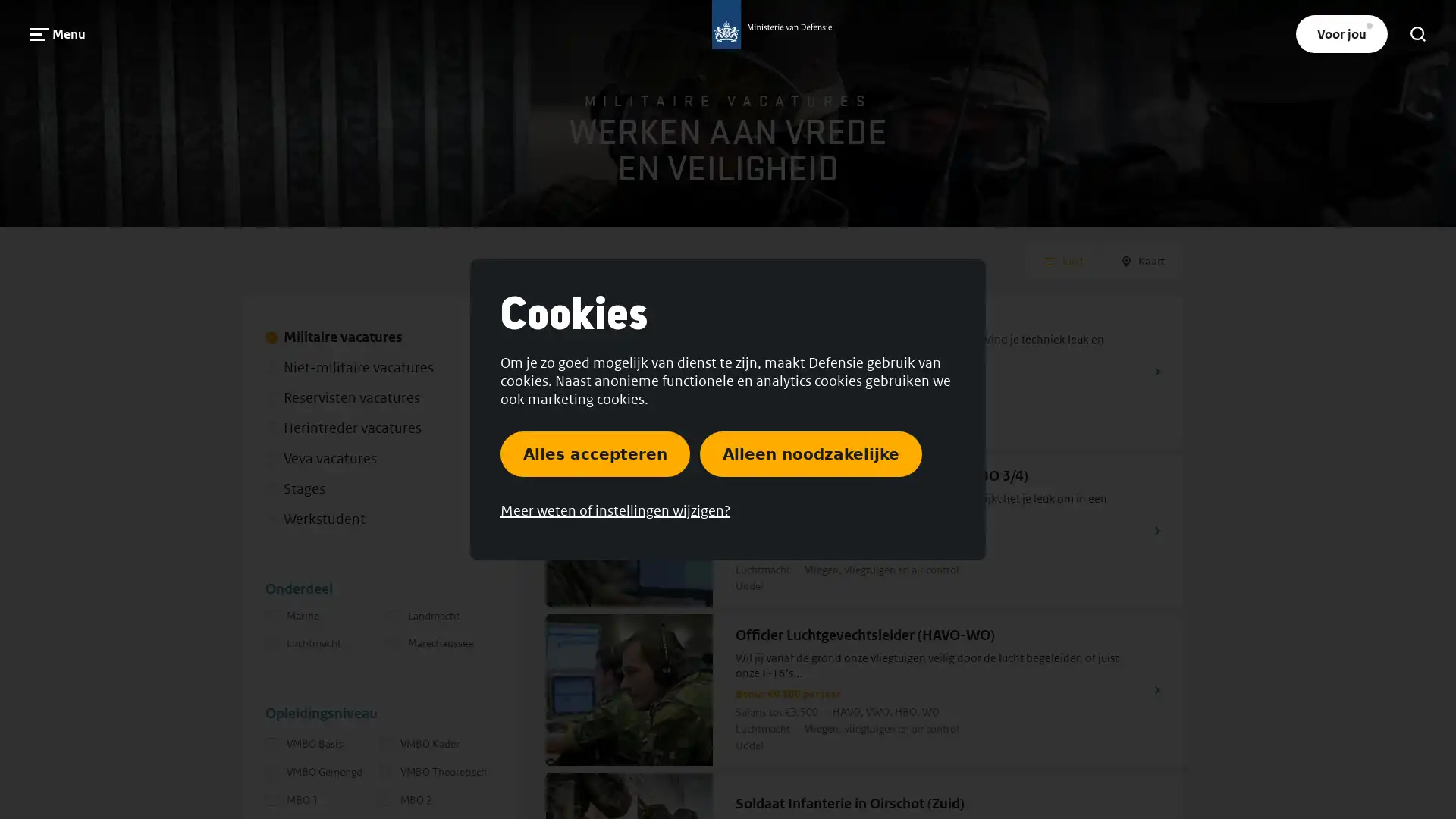  What do you see at coordinates (595, 452) in the screenshot?
I see `Alles accepteren` at bounding box center [595, 452].